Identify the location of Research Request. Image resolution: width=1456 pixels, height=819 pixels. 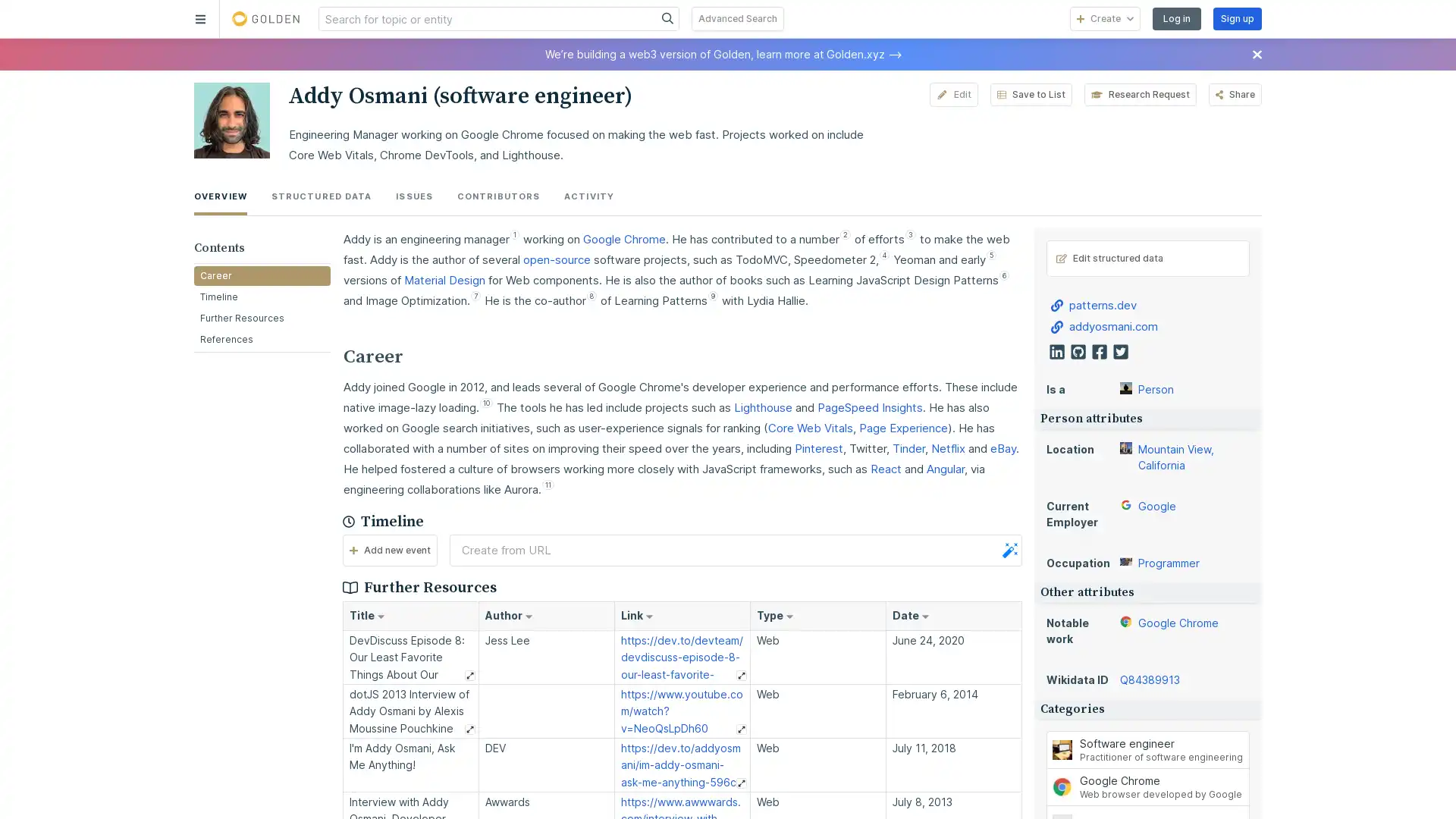
(1139, 94).